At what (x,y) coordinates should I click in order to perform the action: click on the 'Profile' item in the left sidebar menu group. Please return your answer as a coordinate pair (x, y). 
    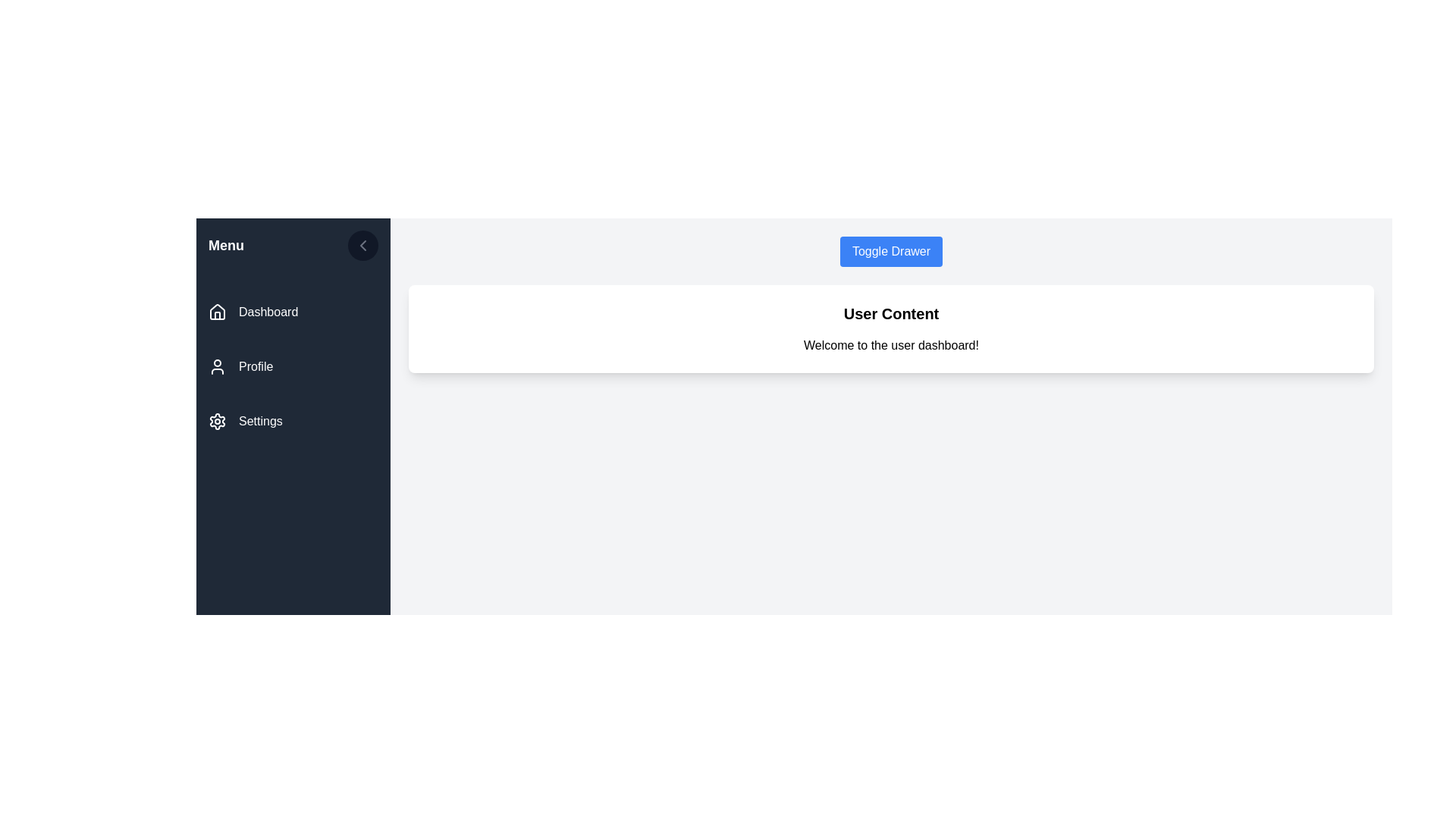
    Looking at the image, I should click on (293, 366).